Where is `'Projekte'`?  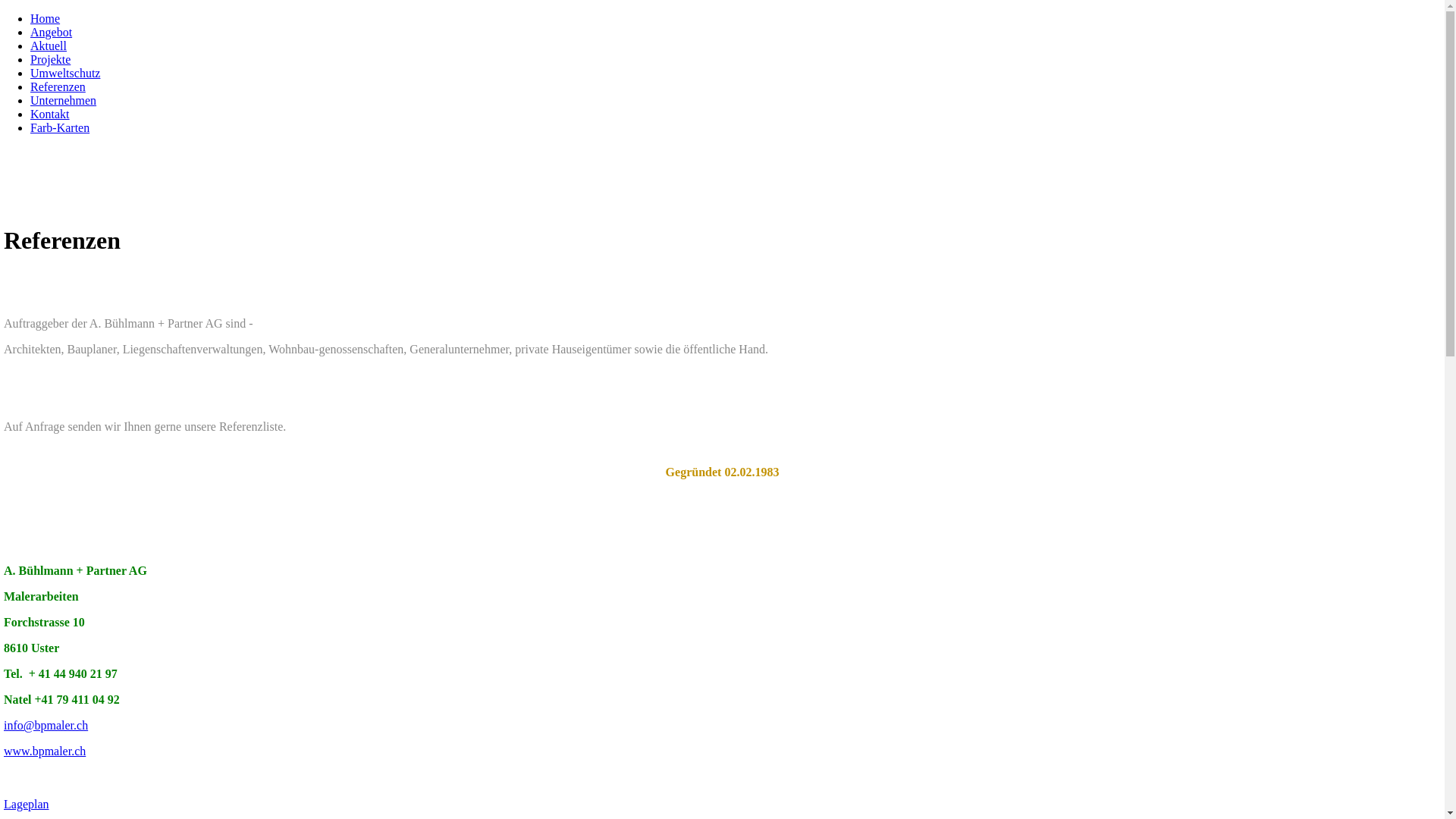
'Projekte' is located at coordinates (50, 58).